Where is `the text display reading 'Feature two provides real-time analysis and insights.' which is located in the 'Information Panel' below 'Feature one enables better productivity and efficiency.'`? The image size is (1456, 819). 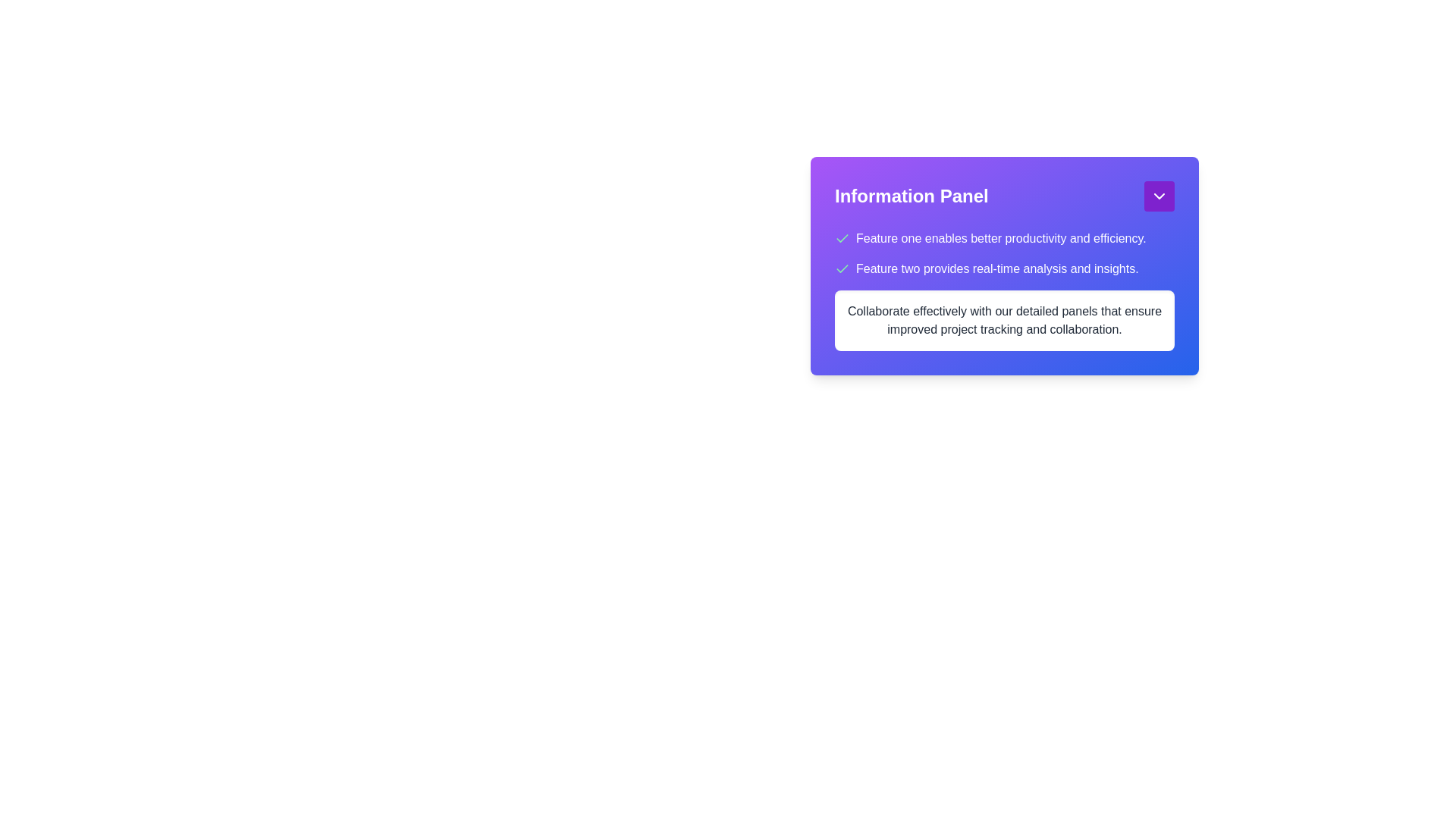
the text display reading 'Feature two provides real-time analysis and insights.' which is located in the 'Information Panel' below 'Feature one enables better productivity and efficiency.' is located at coordinates (997, 268).